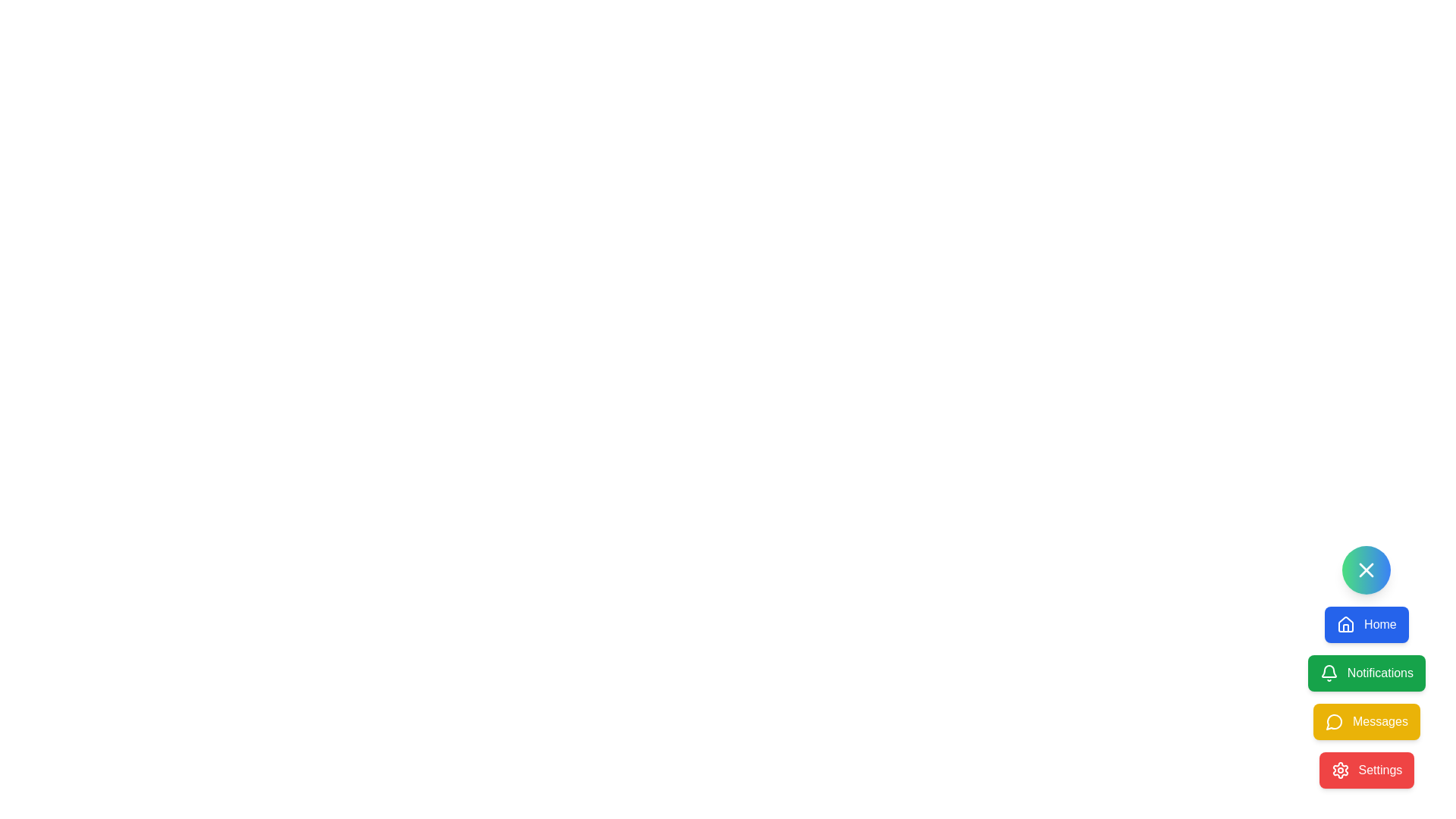 This screenshot has height=819, width=1456. I want to click on the 'Home' button, which is a rectangular button with rounded corners, a blue background, and a white house icon on the left side, so click(1367, 625).